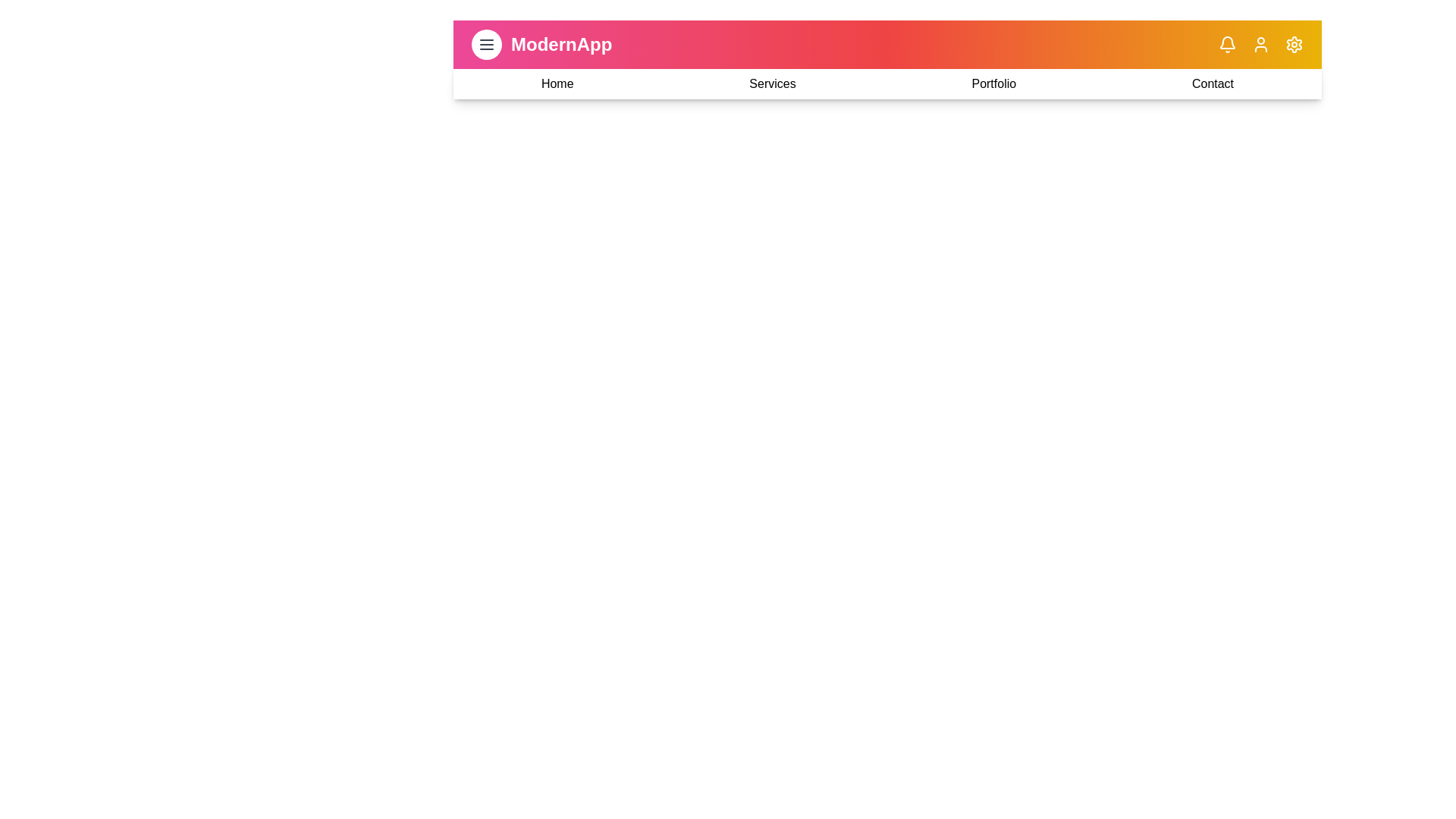 The height and width of the screenshot is (819, 1456). Describe the element at coordinates (993, 84) in the screenshot. I see `the navigation link to navigate to the Portfolio section` at that location.